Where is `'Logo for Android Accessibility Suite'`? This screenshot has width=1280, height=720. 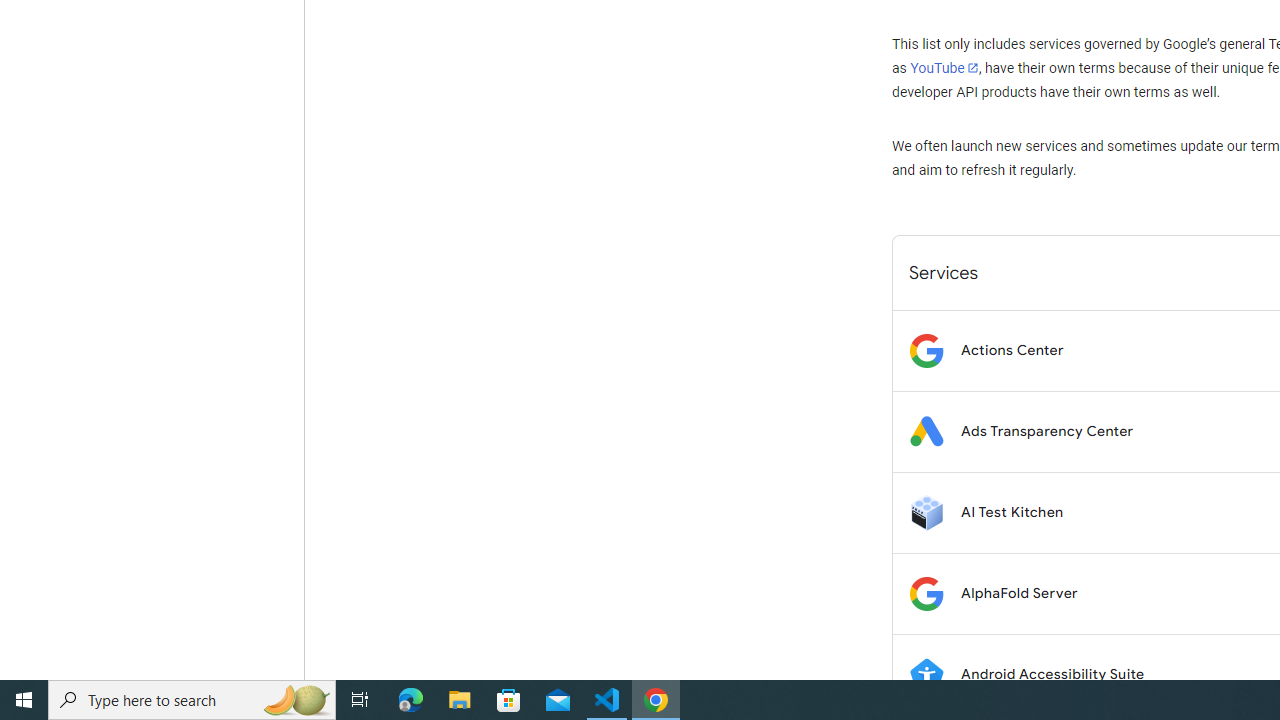
'Logo for Android Accessibility Suite' is located at coordinates (925, 674).